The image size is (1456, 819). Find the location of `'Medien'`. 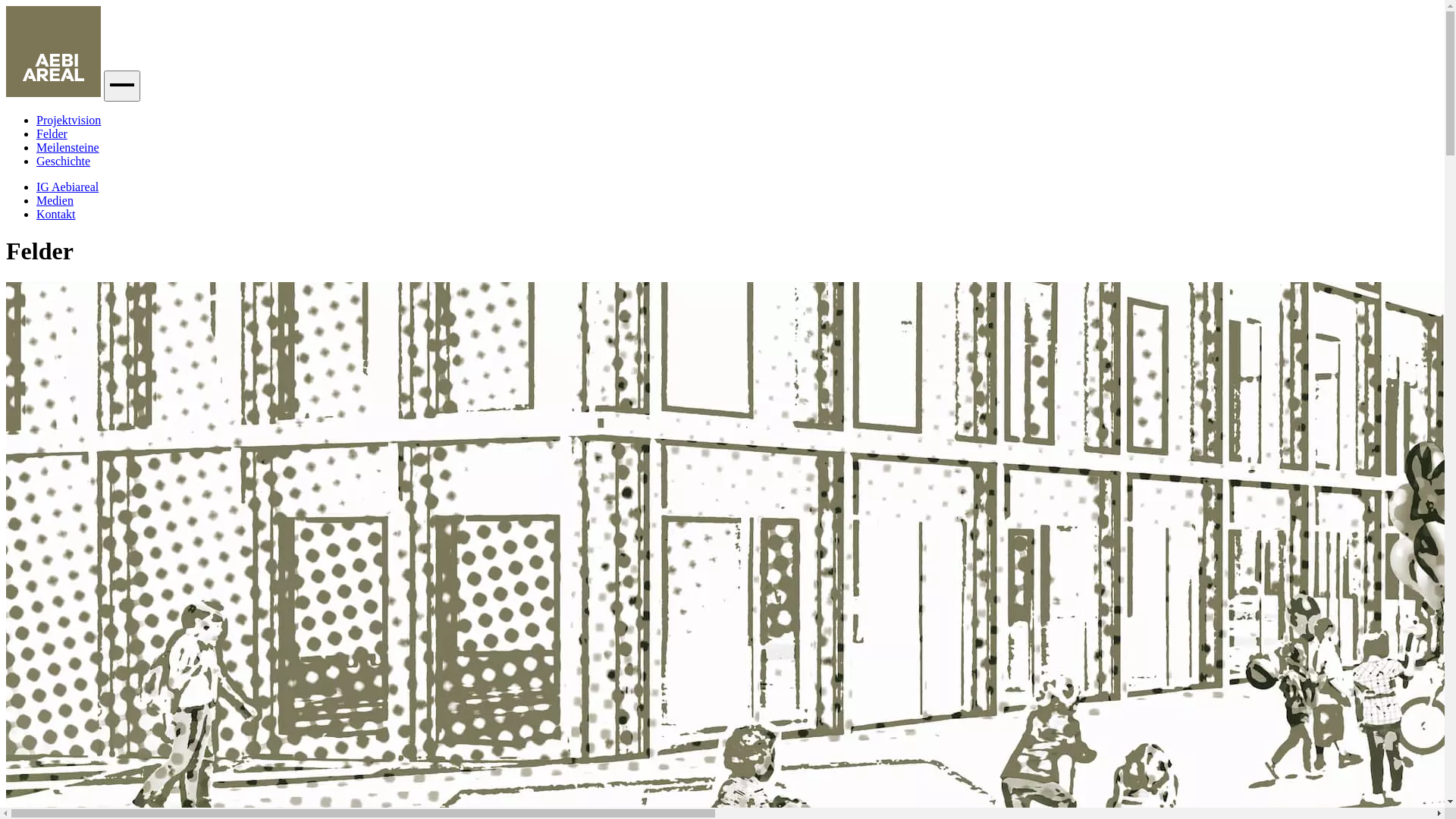

'Medien' is located at coordinates (36, 199).